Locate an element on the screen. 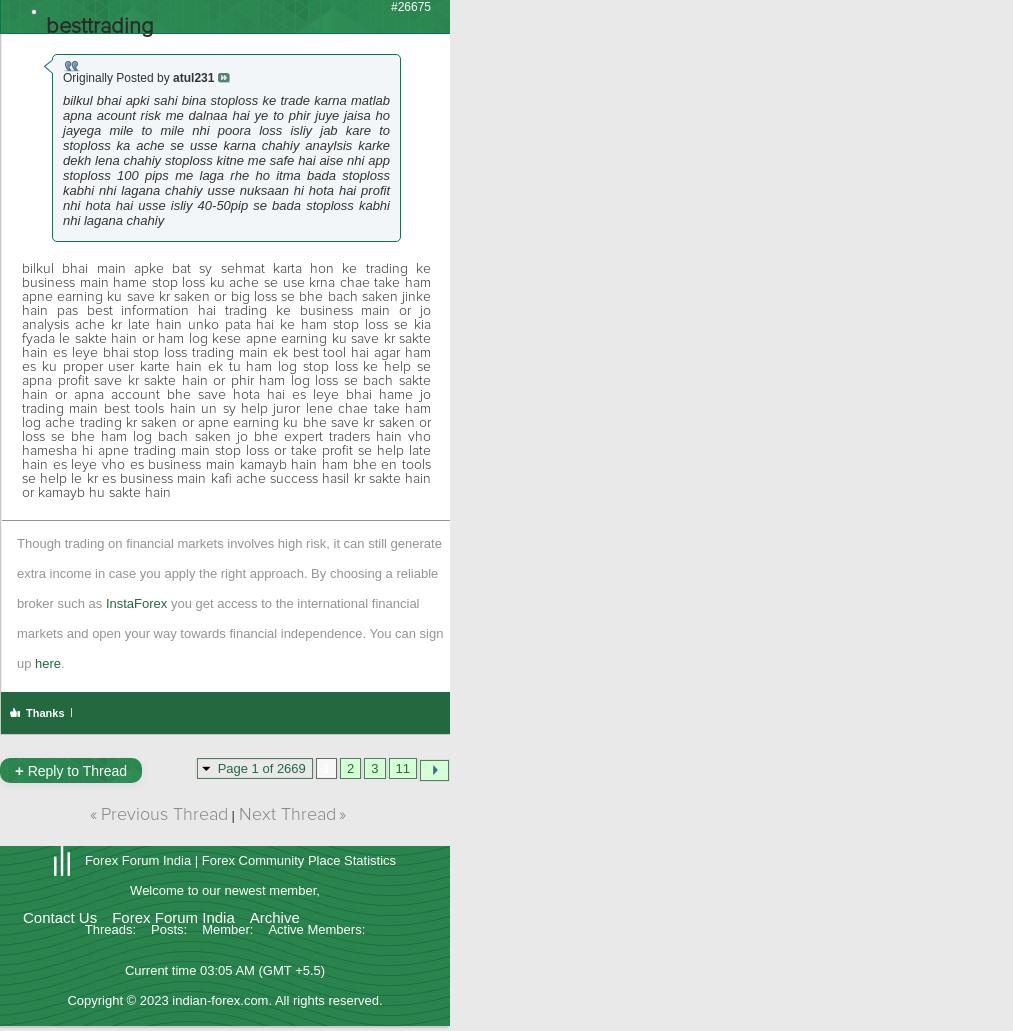 The image size is (1013, 1031). '11' is located at coordinates (402, 767).